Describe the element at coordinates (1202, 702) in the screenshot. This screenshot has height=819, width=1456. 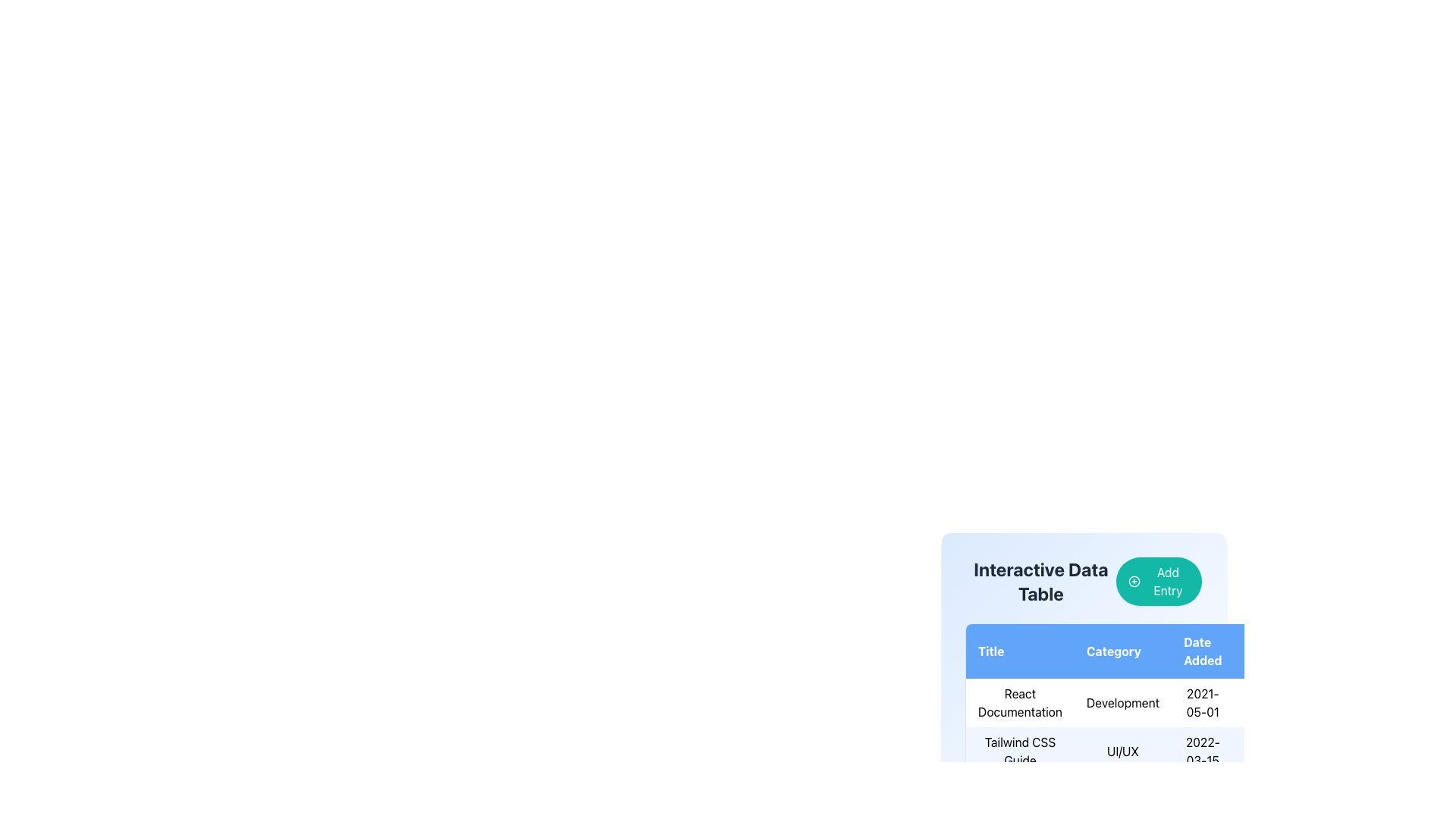
I see `the textual representation of the date '2021-05-01' from the 'Date Added' column in the 'Interactive Data Table'` at that location.